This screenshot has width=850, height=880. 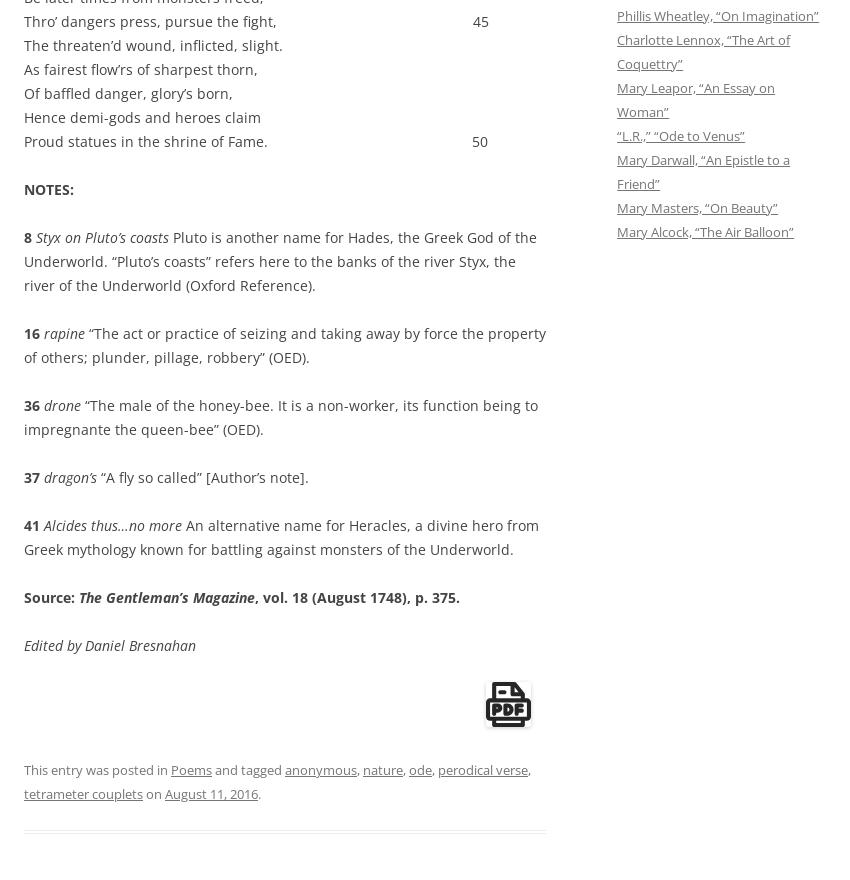 I want to click on 'Source:', so click(x=51, y=596).